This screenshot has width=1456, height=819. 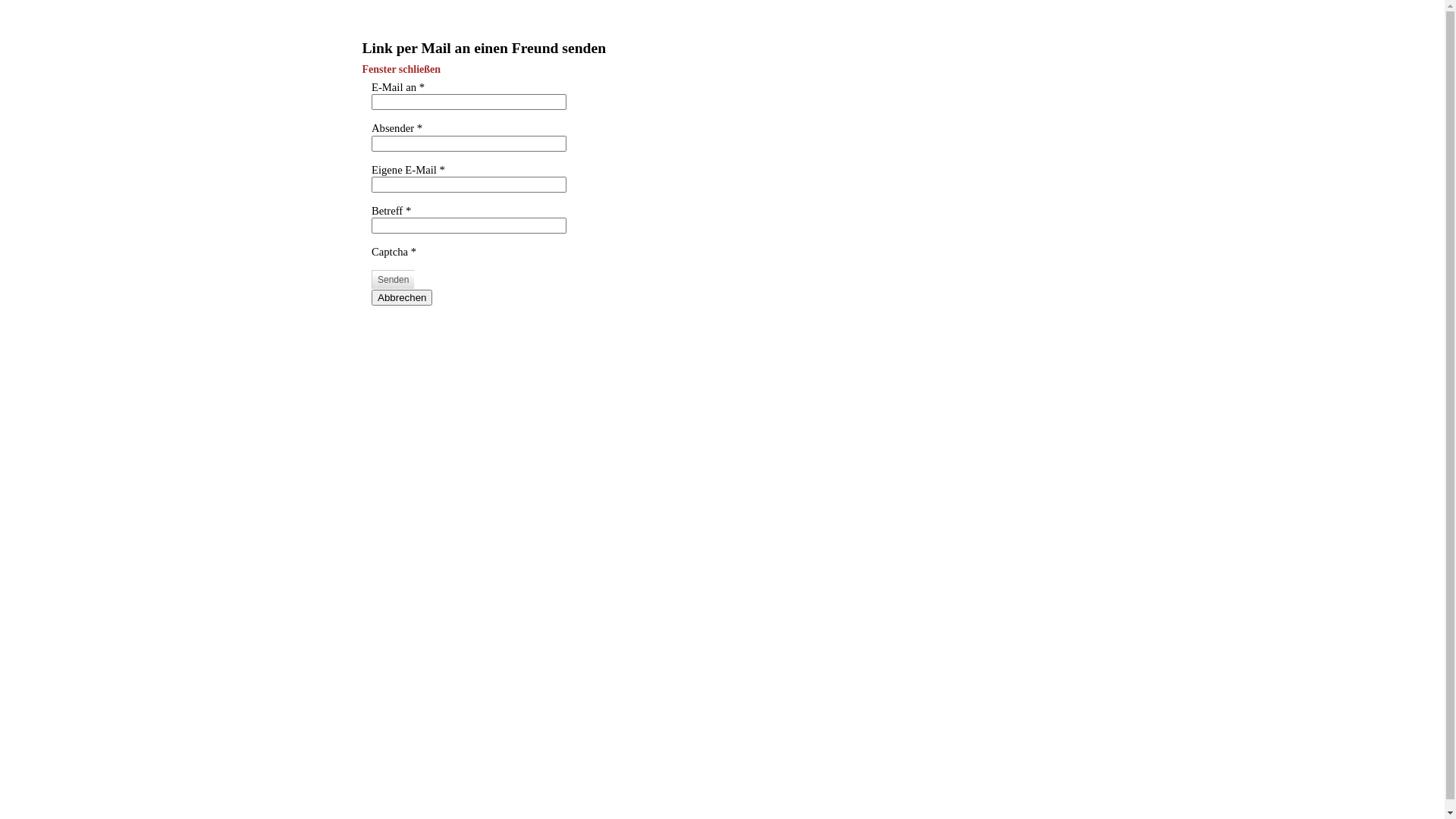 I want to click on 'Abbrechen', so click(x=401, y=297).